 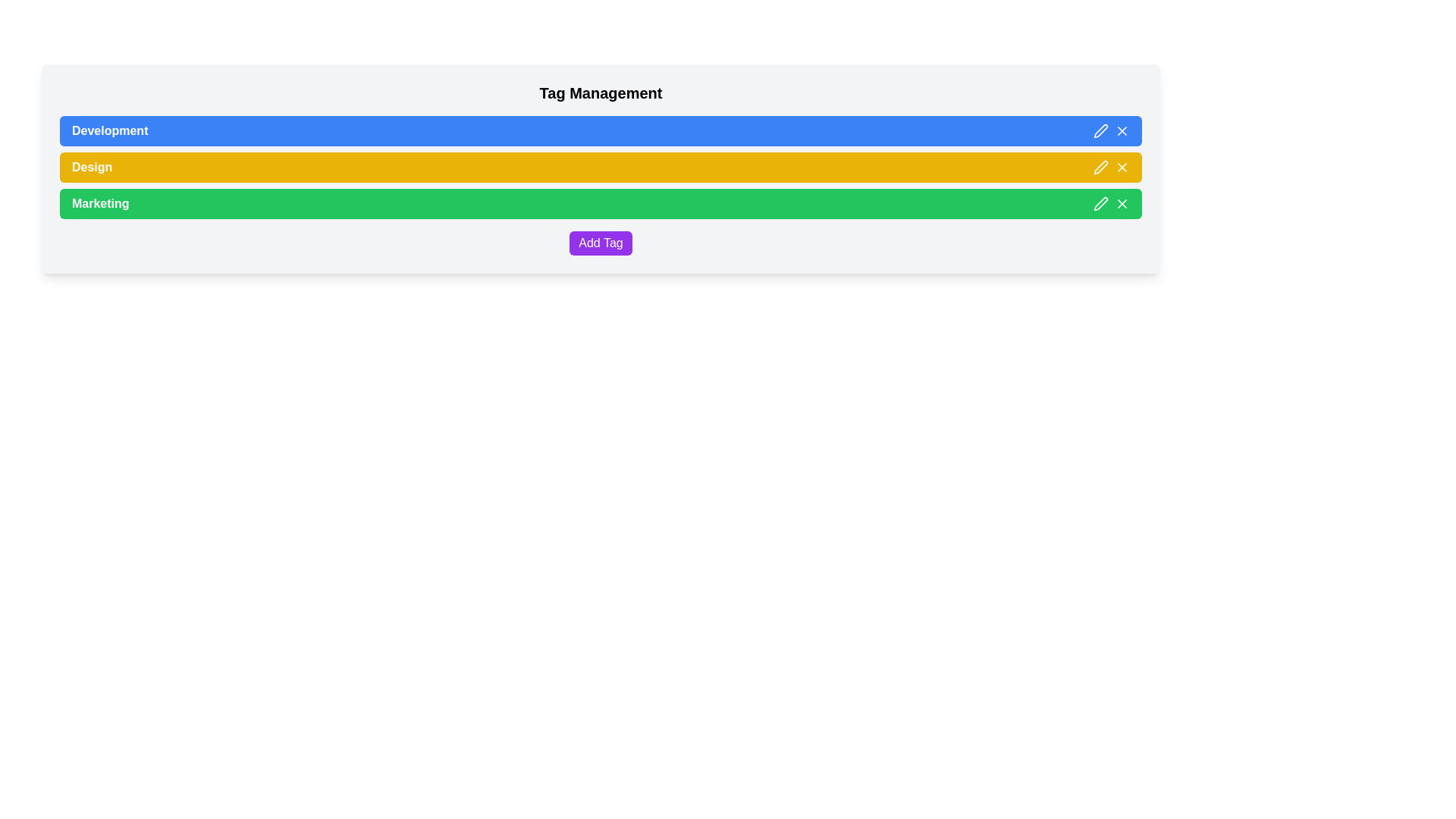 What do you see at coordinates (1100, 166) in the screenshot?
I see `the Edit Pen icon, which is a small pen illustration located on the right-hand side of the yellow section representing the 'Design' tag in the tag management list` at bounding box center [1100, 166].